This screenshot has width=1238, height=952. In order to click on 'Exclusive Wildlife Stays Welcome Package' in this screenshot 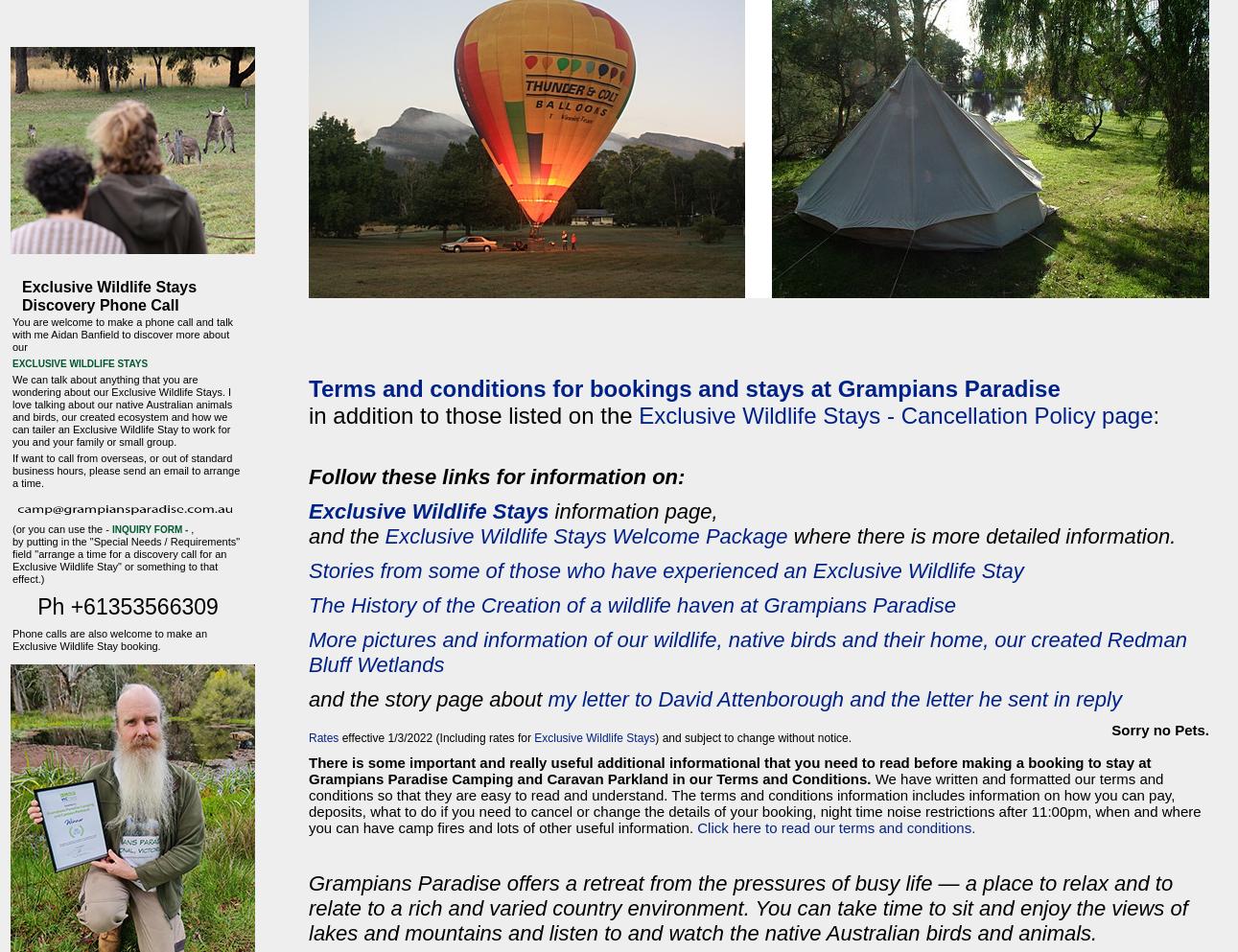, I will do `click(585, 535)`.